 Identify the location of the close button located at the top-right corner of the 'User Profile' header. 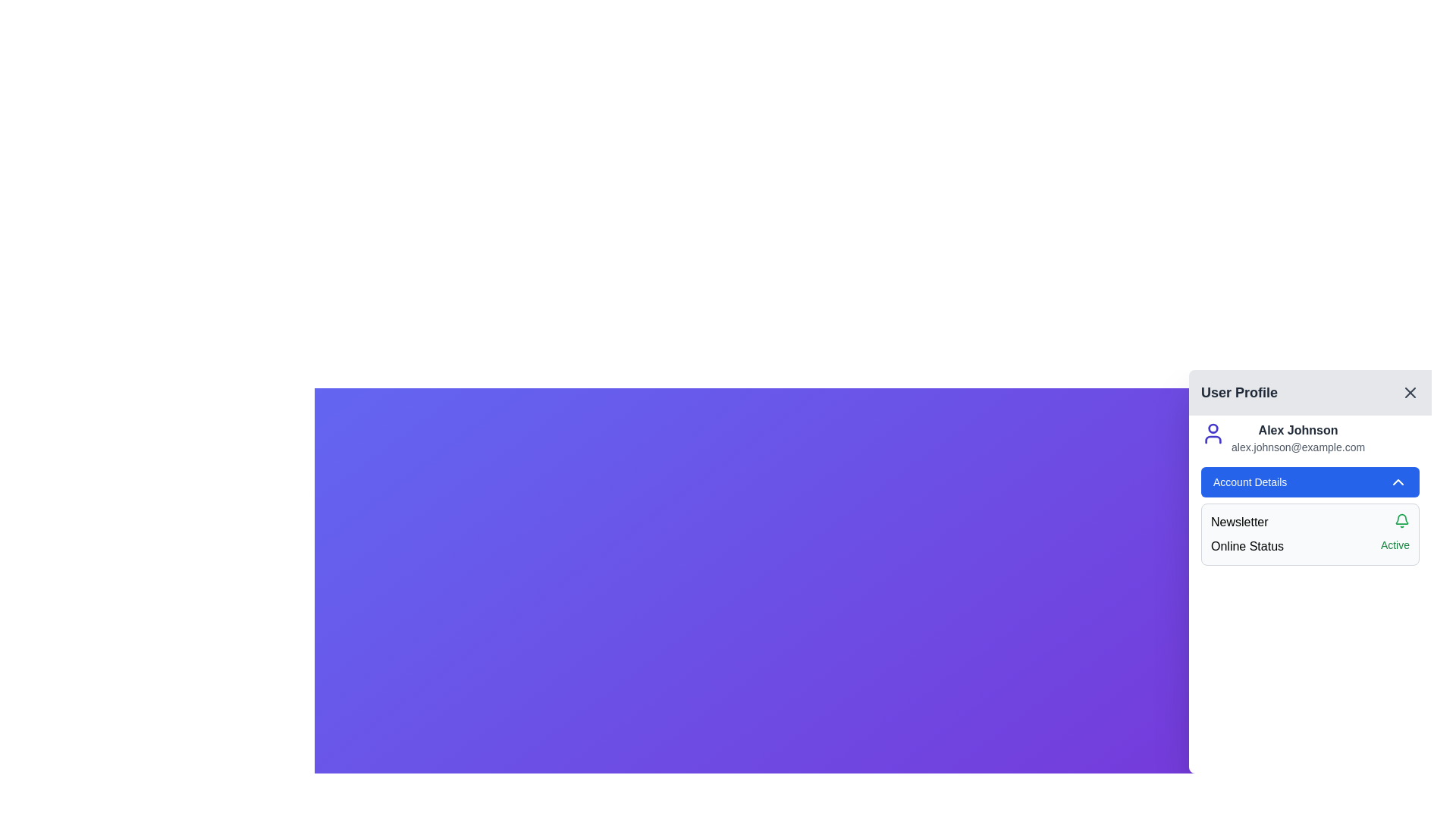
(1410, 391).